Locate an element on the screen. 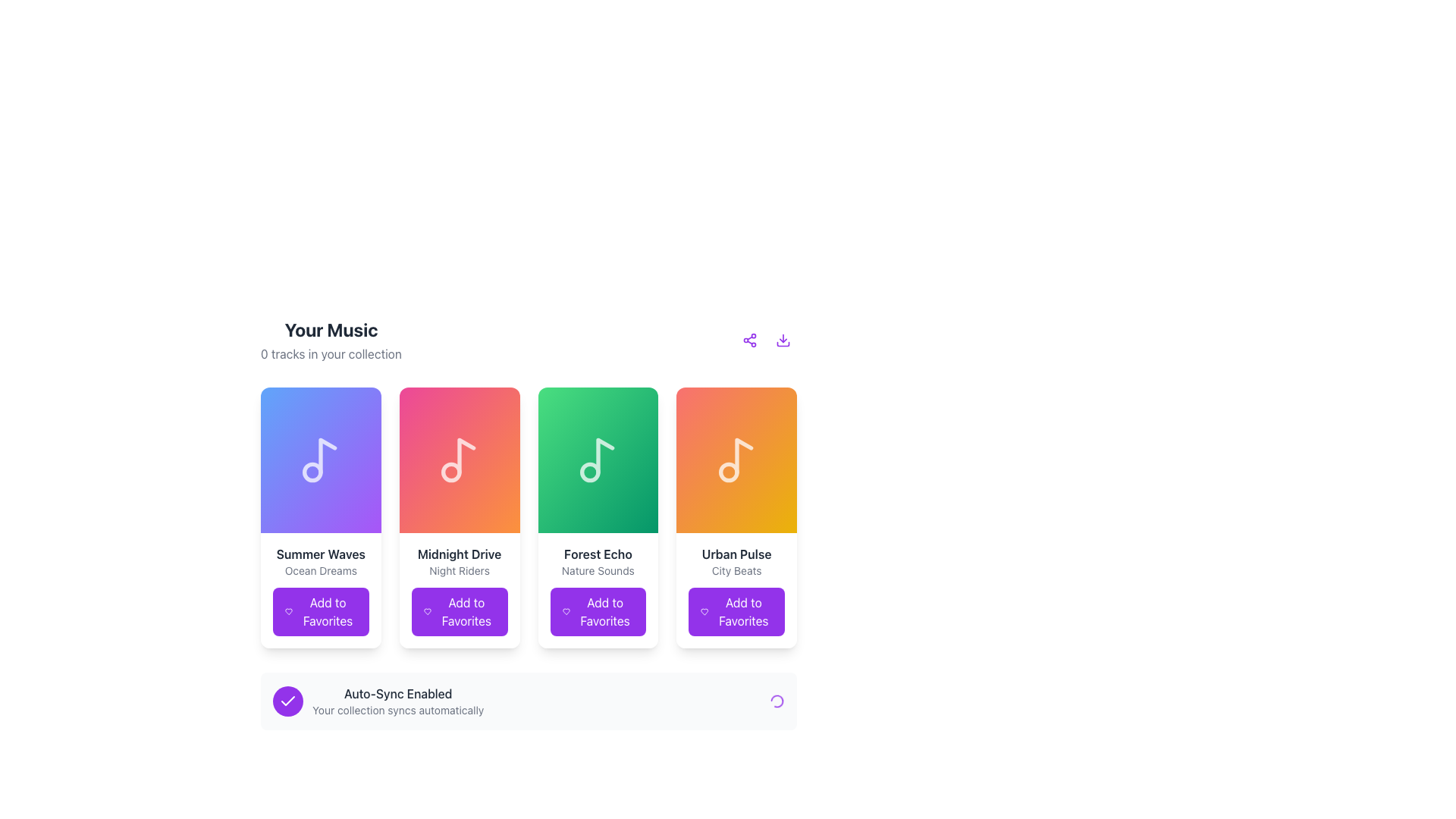 Image resolution: width=1456 pixels, height=819 pixels. the SVG-based musical note icon located centrally within the first music card on the leftmost side of the interface is located at coordinates (320, 459).